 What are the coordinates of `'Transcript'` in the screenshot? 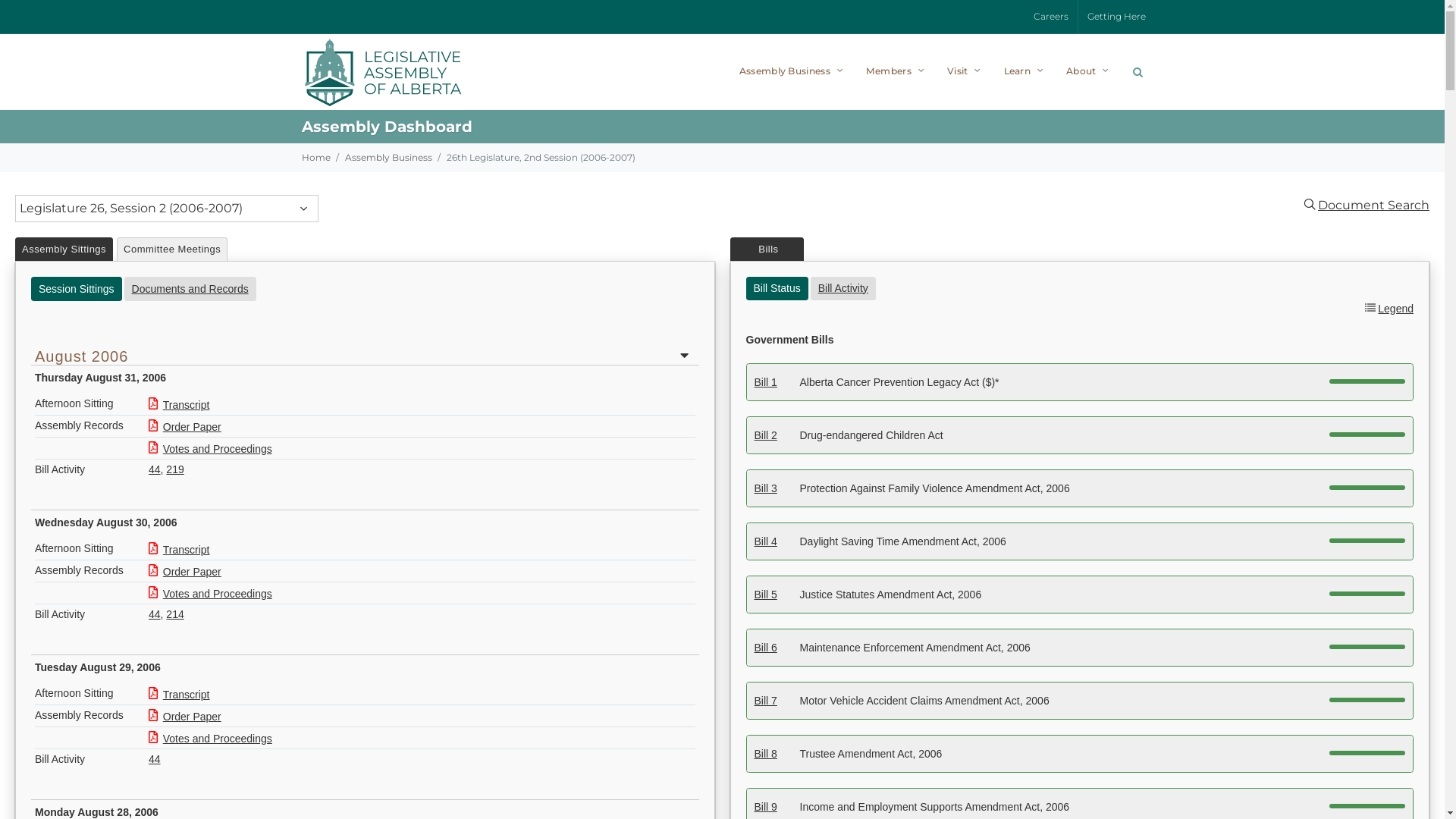 It's located at (149, 403).